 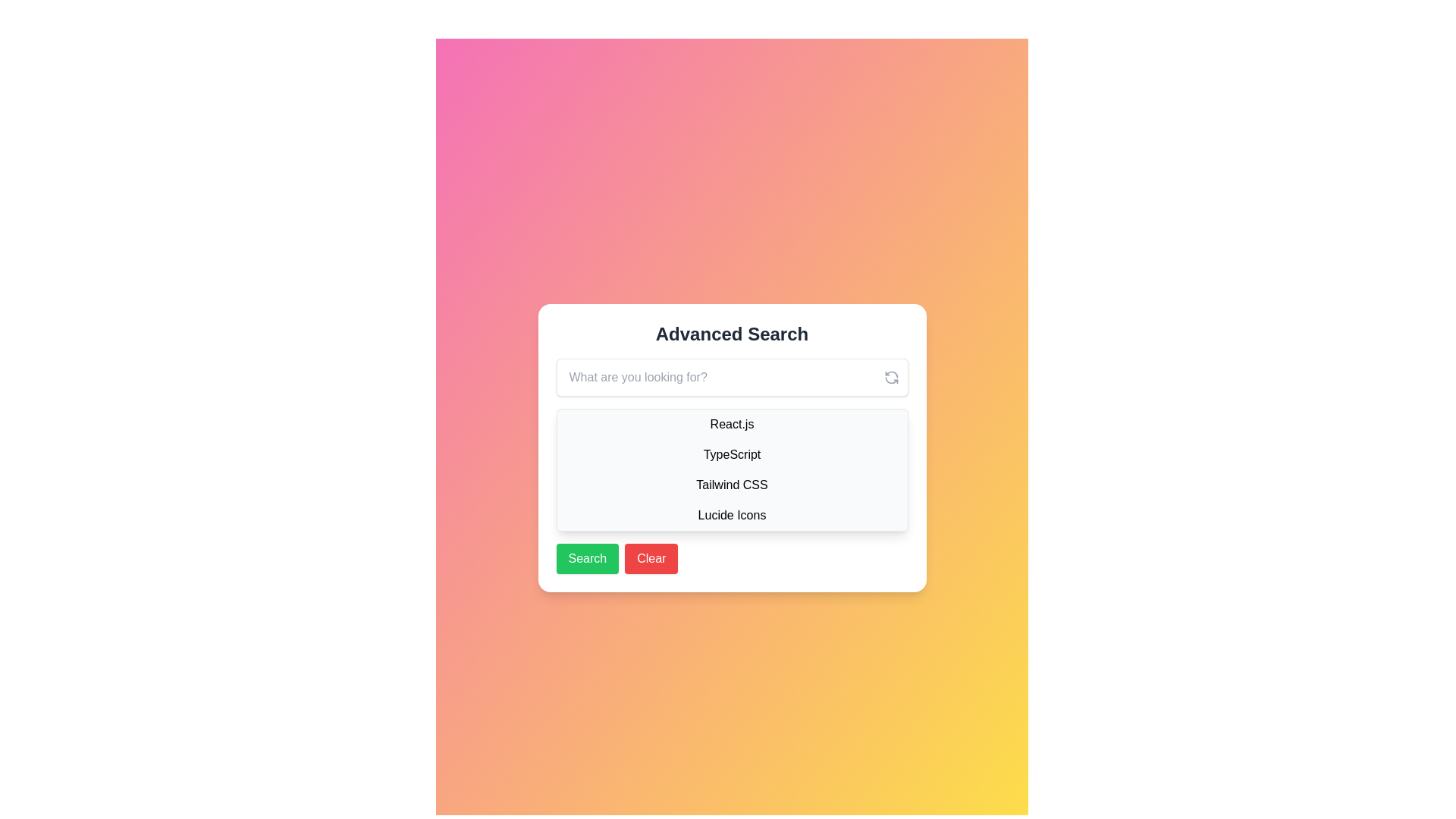 I want to click on the search button located at the bottom-left corner of the central panel to initiate the search operation based on the user's input, so click(x=586, y=558).